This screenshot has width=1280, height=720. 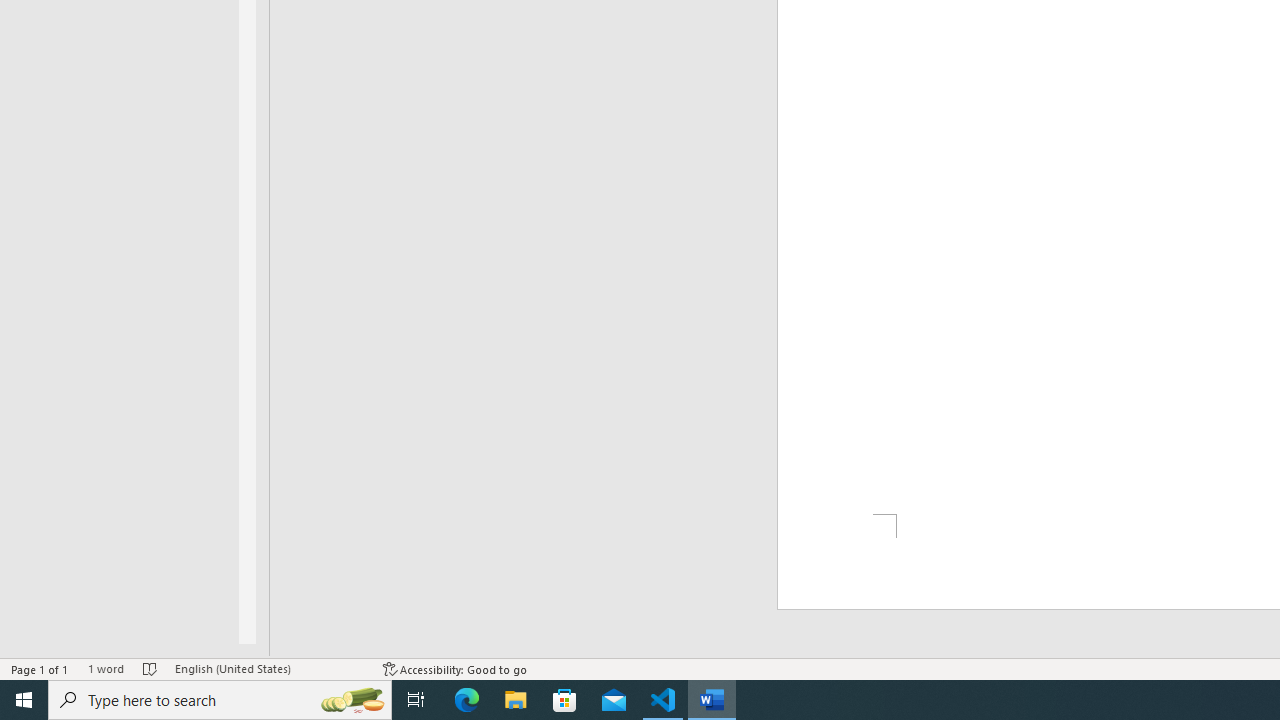 I want to click on 'Spelling and Grammar Check No Errors', so click(x=149, y=669).